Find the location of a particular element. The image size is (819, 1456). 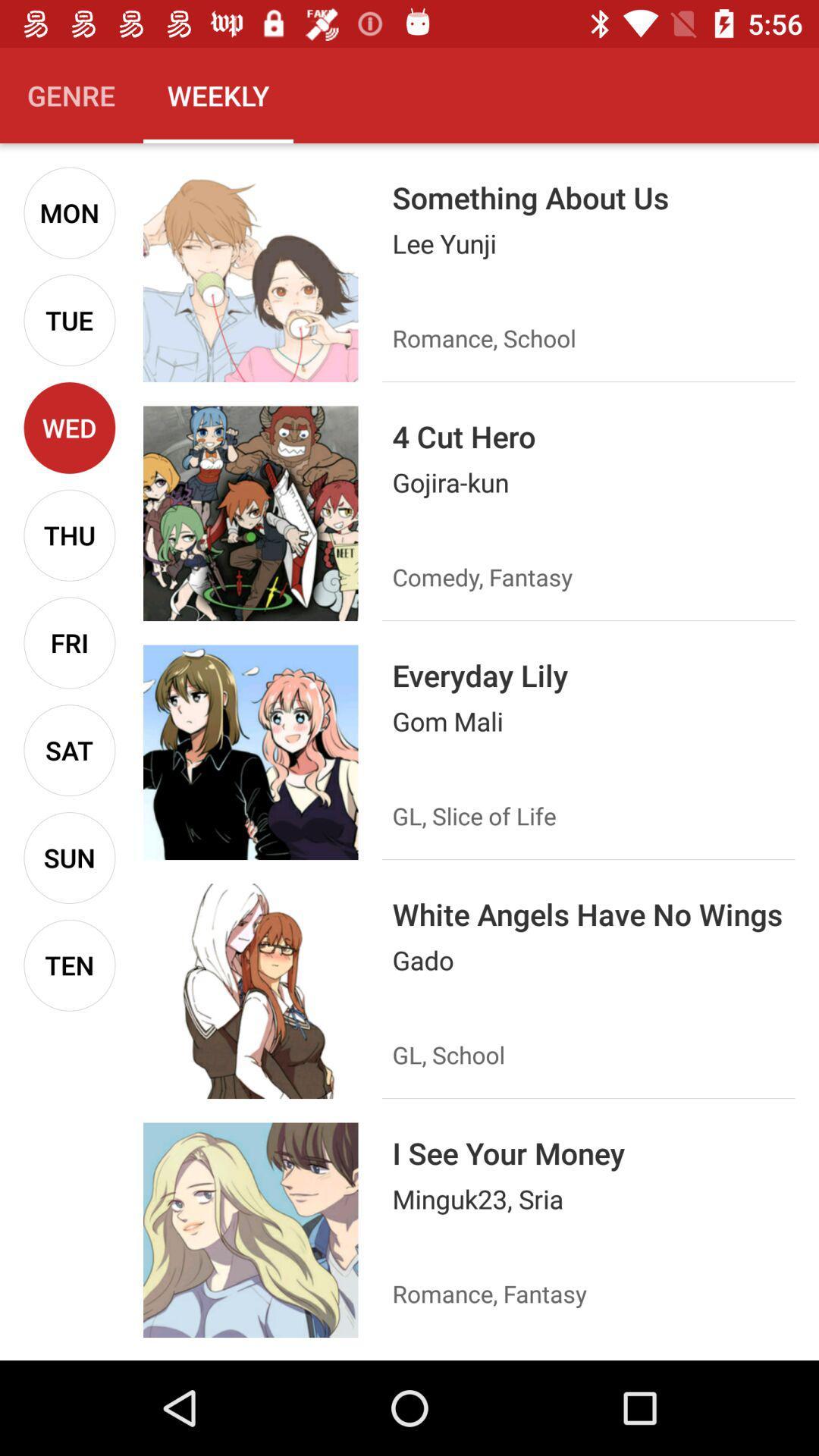

icon below the genre icon is located at coordinates (69, 212).